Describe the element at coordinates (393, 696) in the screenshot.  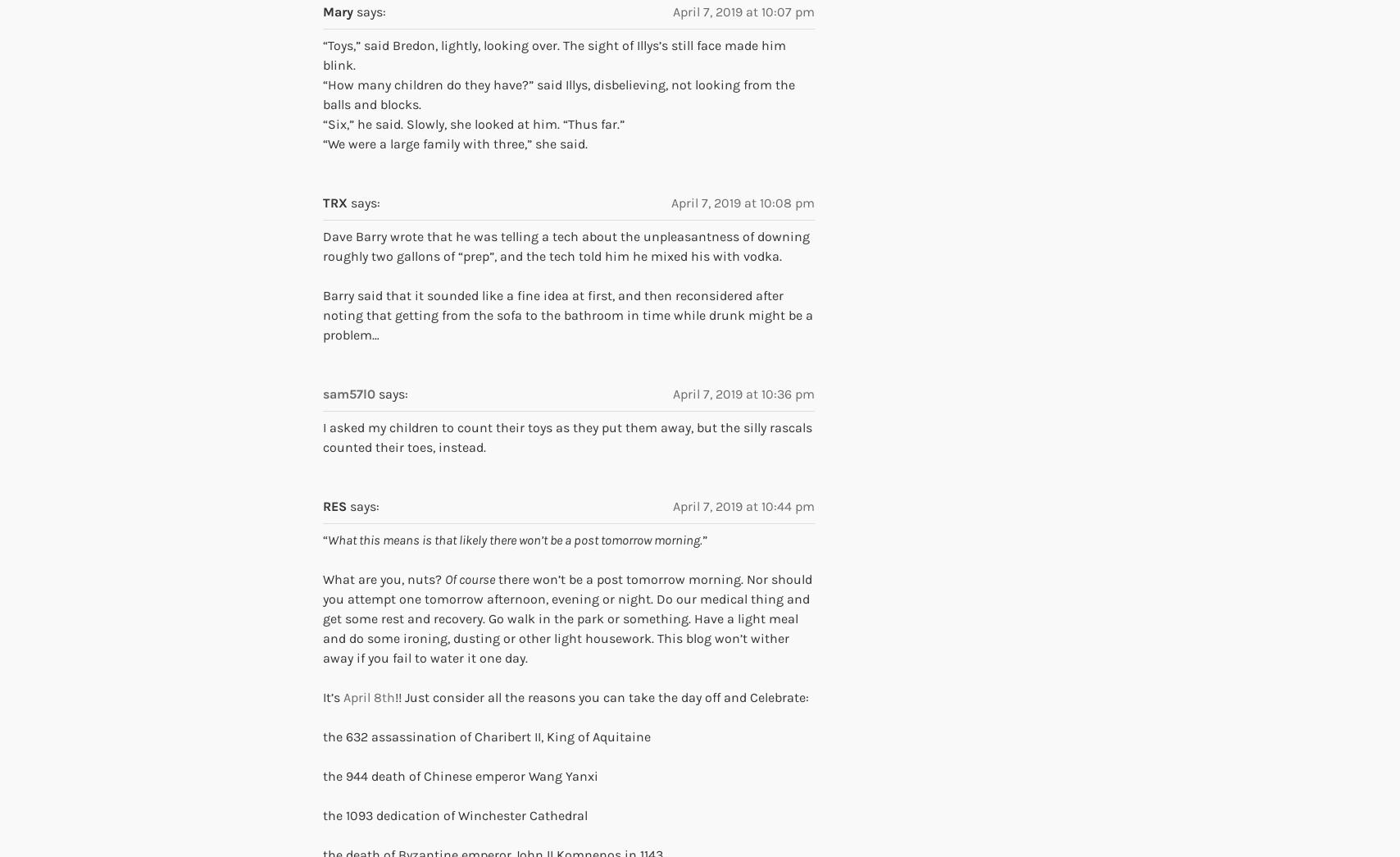
I see `'!!  Just consider all the reasons you can take the day off and Celebrate:'` at that location.